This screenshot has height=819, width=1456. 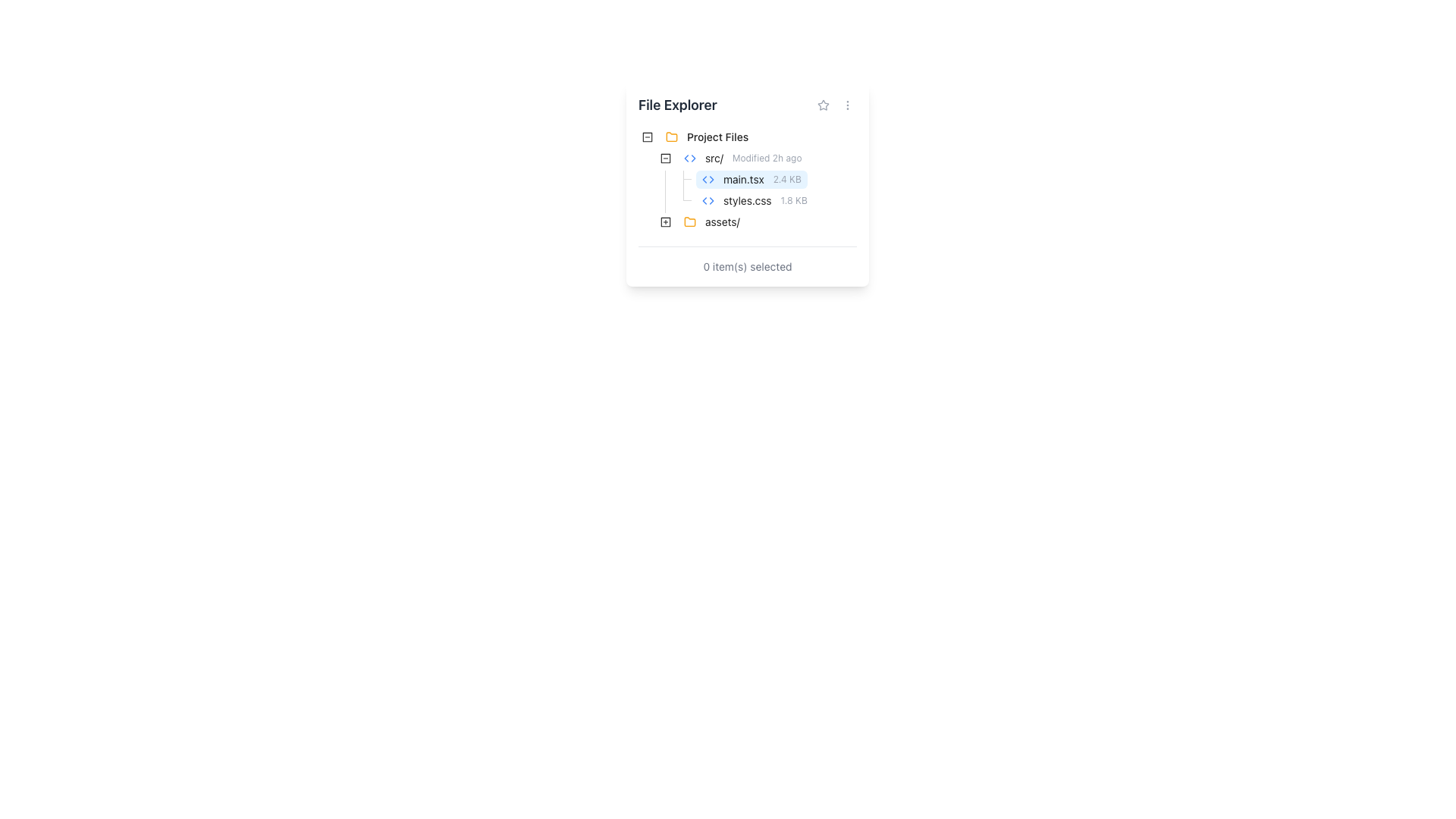 What do you see at coordinates (722, 158) in the screenshot?
I see `the 'src' expandable tree node folder in the file explorer interface` at bounding box center [722, 158].